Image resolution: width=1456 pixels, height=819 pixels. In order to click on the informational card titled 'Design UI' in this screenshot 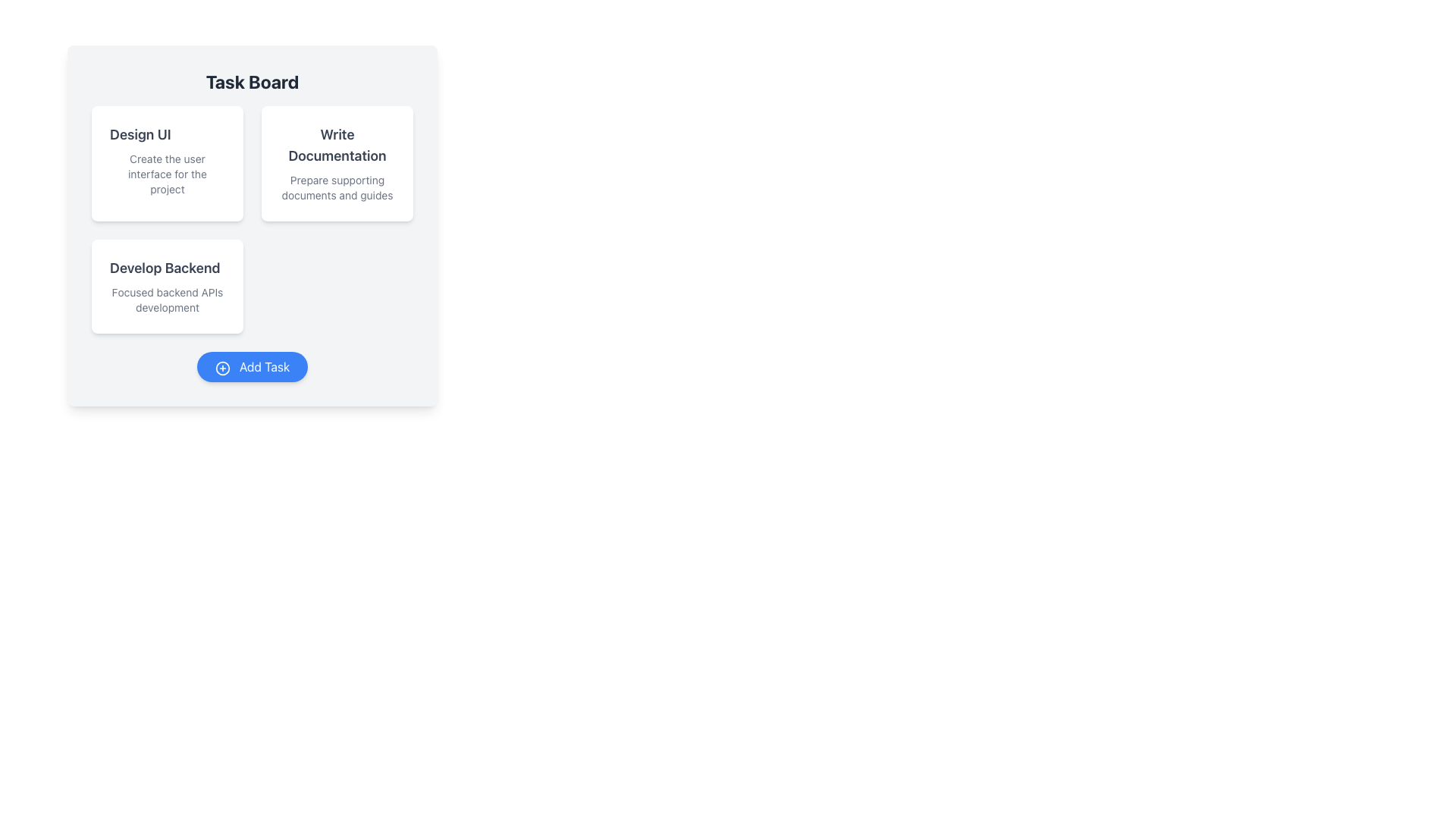, I will do `click(167, 164)`.